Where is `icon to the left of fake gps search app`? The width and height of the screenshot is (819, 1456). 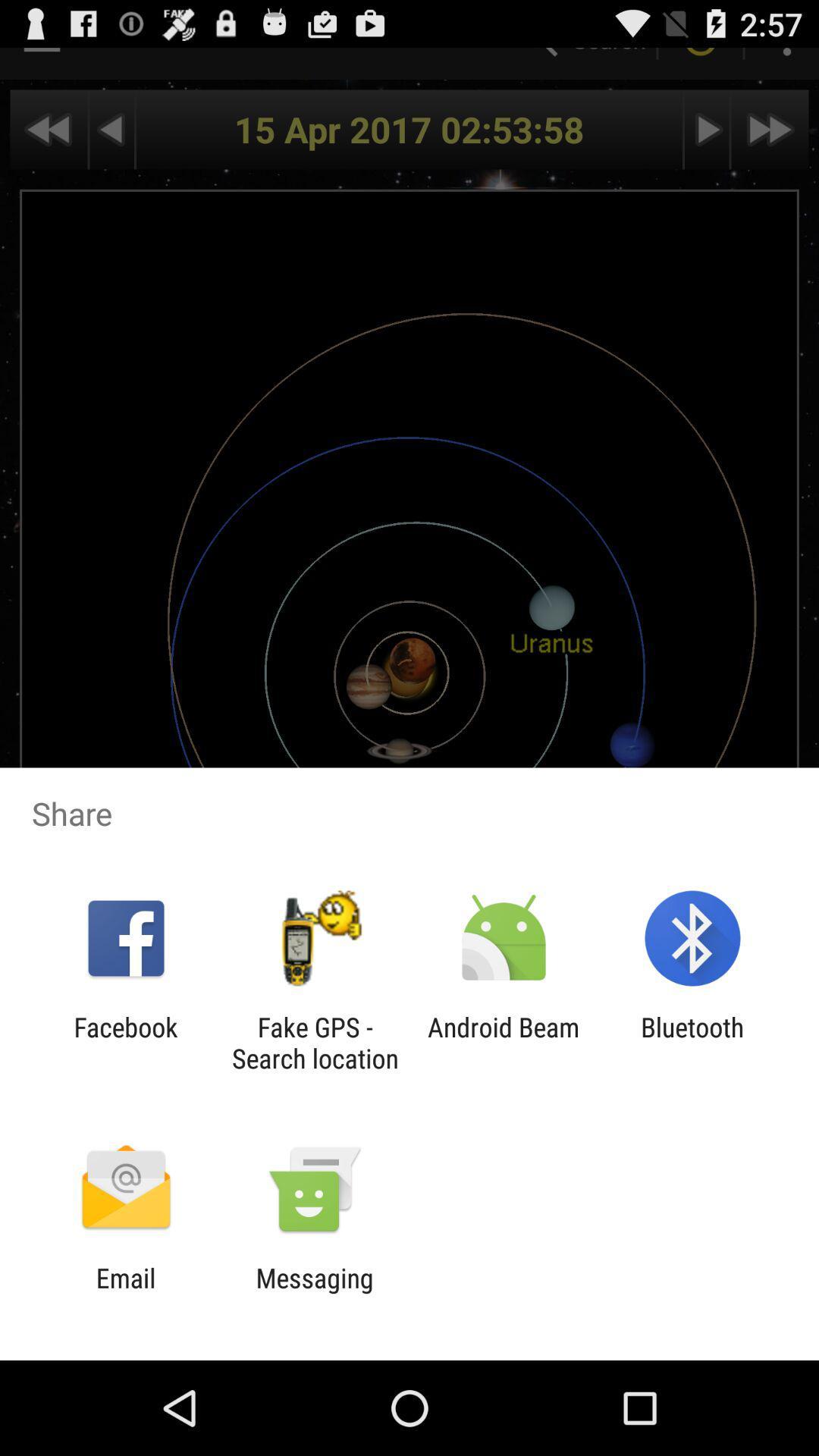 icon to the left of fake gps search app is located at coordinates (125, 1042).